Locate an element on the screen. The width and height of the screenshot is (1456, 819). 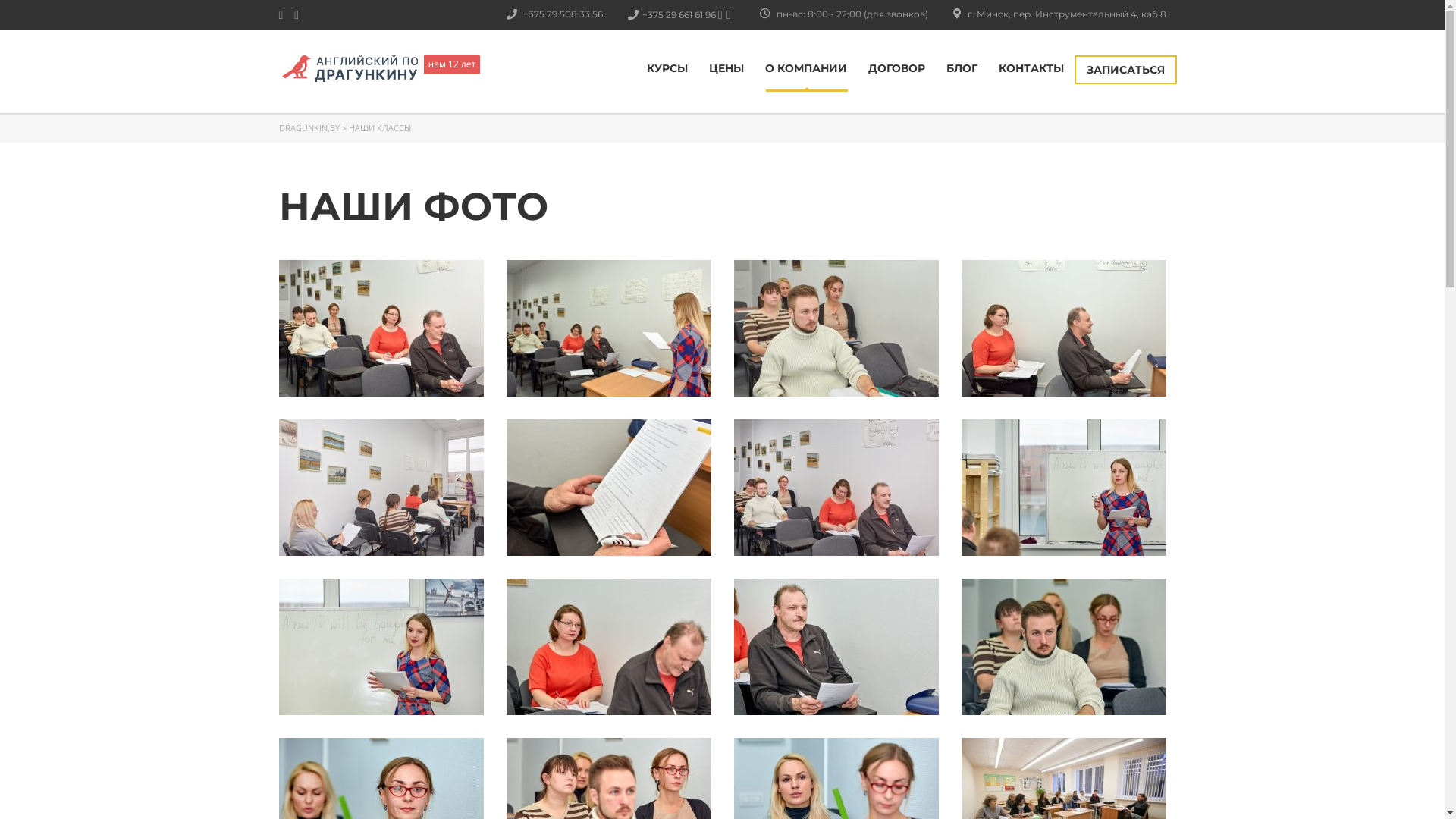
'+375 29 508 33 56' is located at coordinates (535, 13).